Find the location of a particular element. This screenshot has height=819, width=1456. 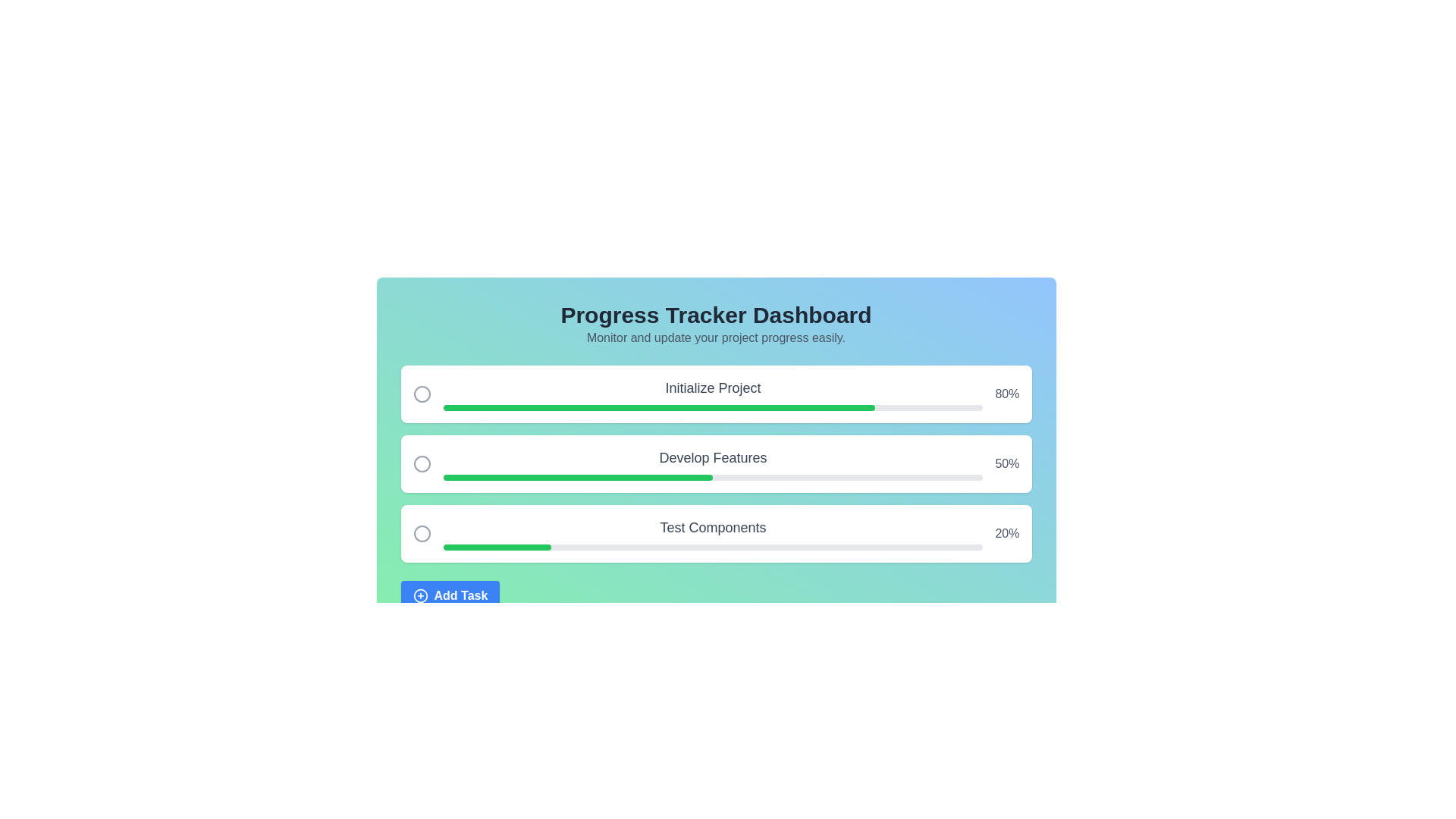

text element displaying '50%' located in the top-right corner of the 'Develop Features' row, adjacent to the progress bar is located at coordinates (1007, 463).